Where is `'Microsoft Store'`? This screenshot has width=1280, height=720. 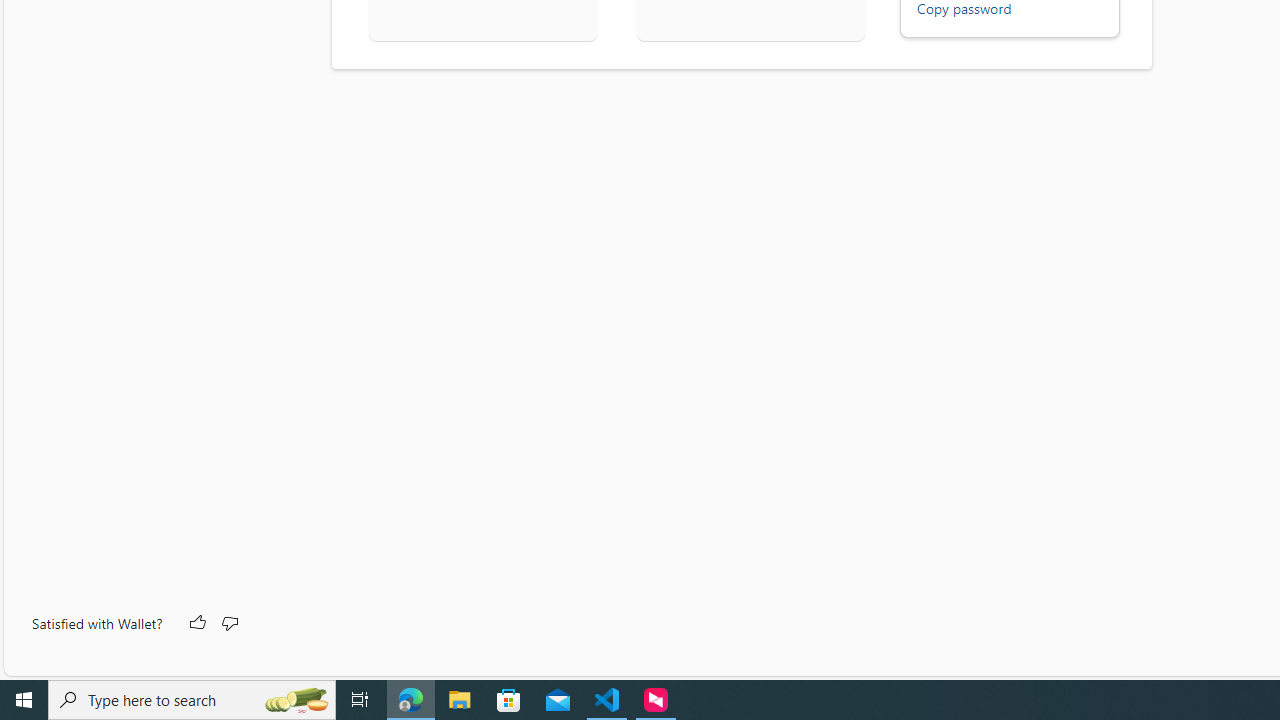 'Microsoft Store' is located at coordinates (509, 698).